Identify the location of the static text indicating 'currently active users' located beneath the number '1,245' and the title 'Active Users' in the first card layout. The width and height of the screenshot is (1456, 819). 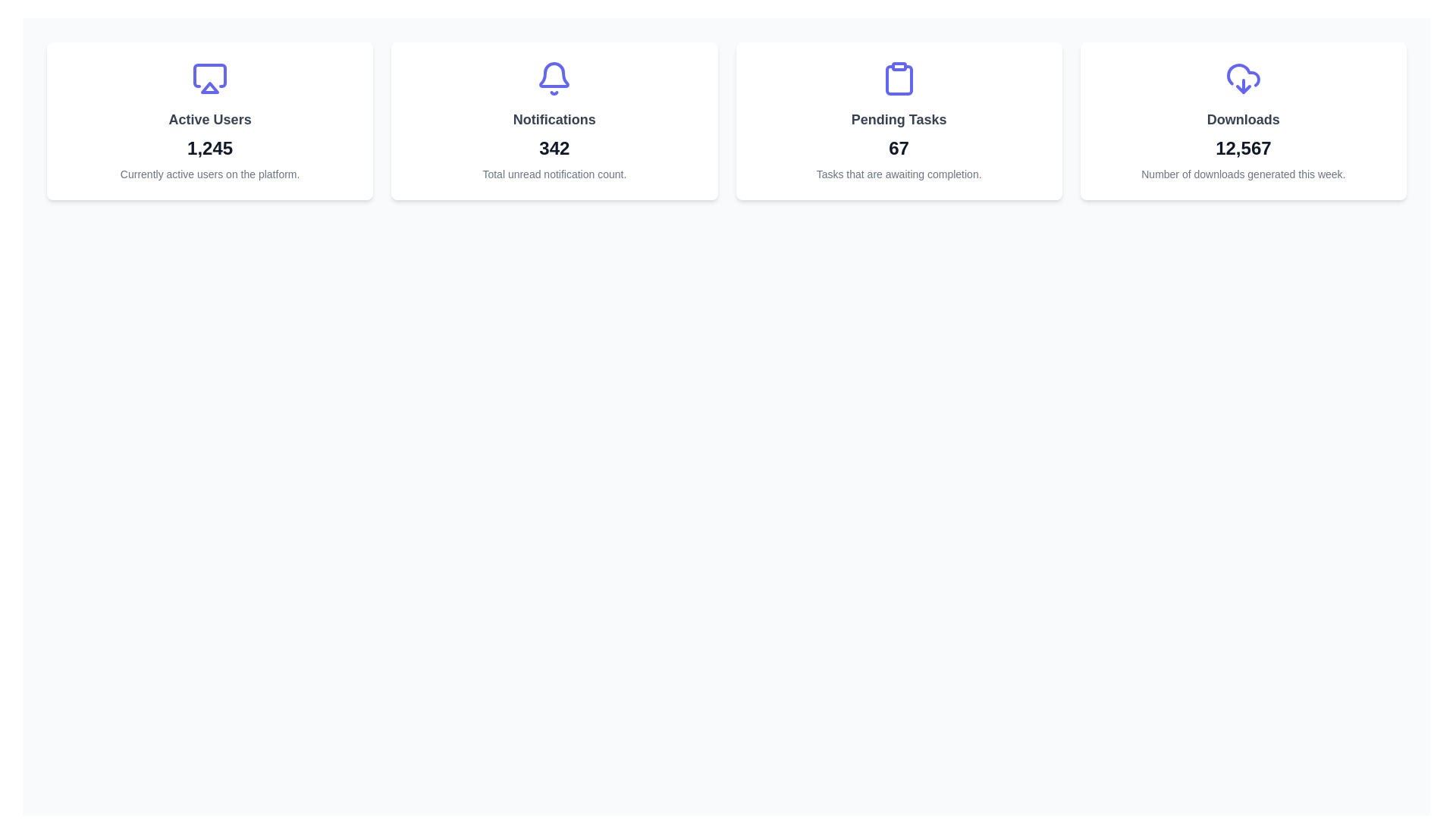
(209, 174).